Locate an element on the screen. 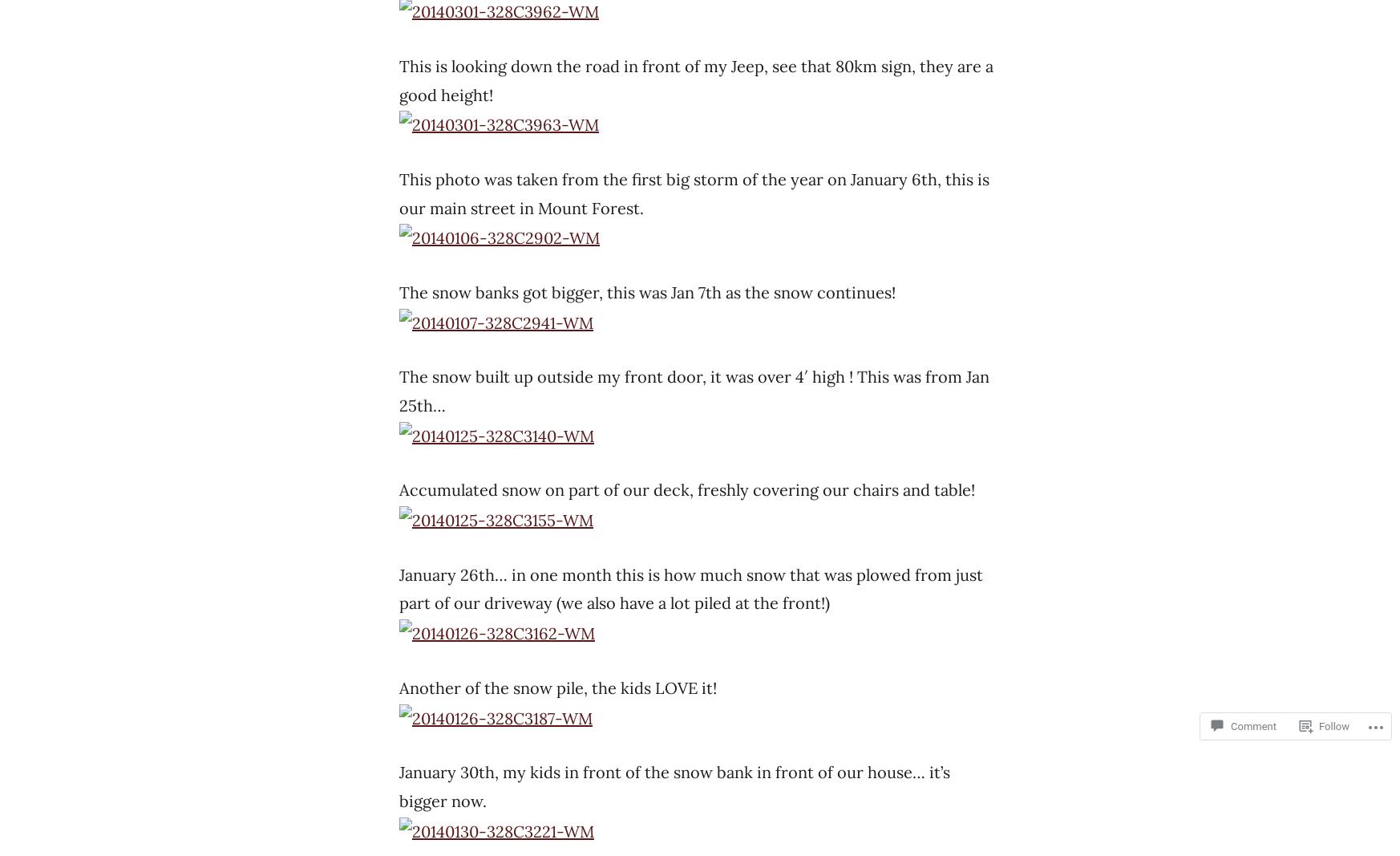 The image size is (1400, 856). 'The snow built up outside my front door, it was over 4′ high ! This was from Jan 25th…' is located at coordinates (694, 389).